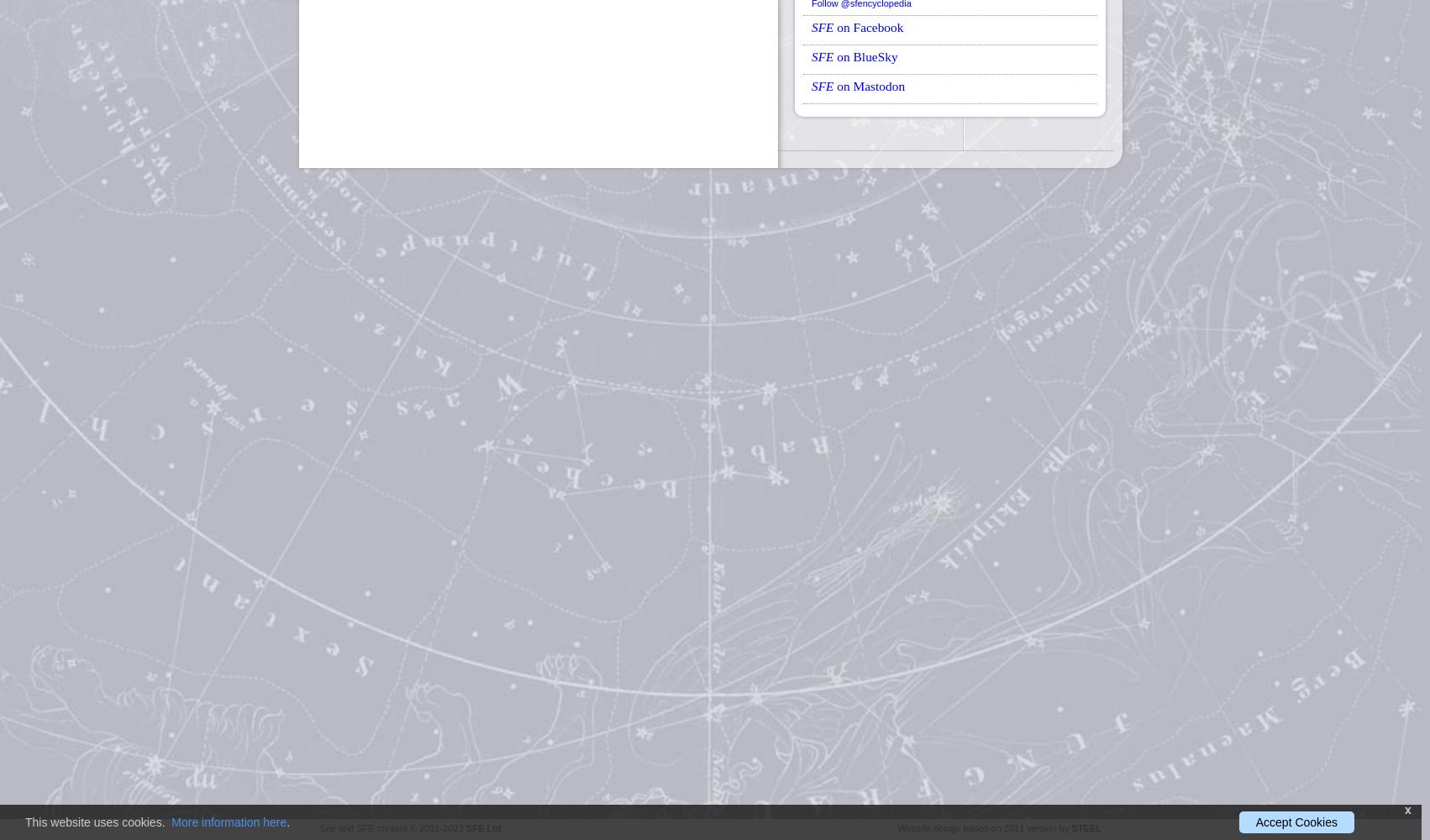 This screenshot has height=840, width=1430. I want to click on 'This website uses cookies.', so click(97, 822).